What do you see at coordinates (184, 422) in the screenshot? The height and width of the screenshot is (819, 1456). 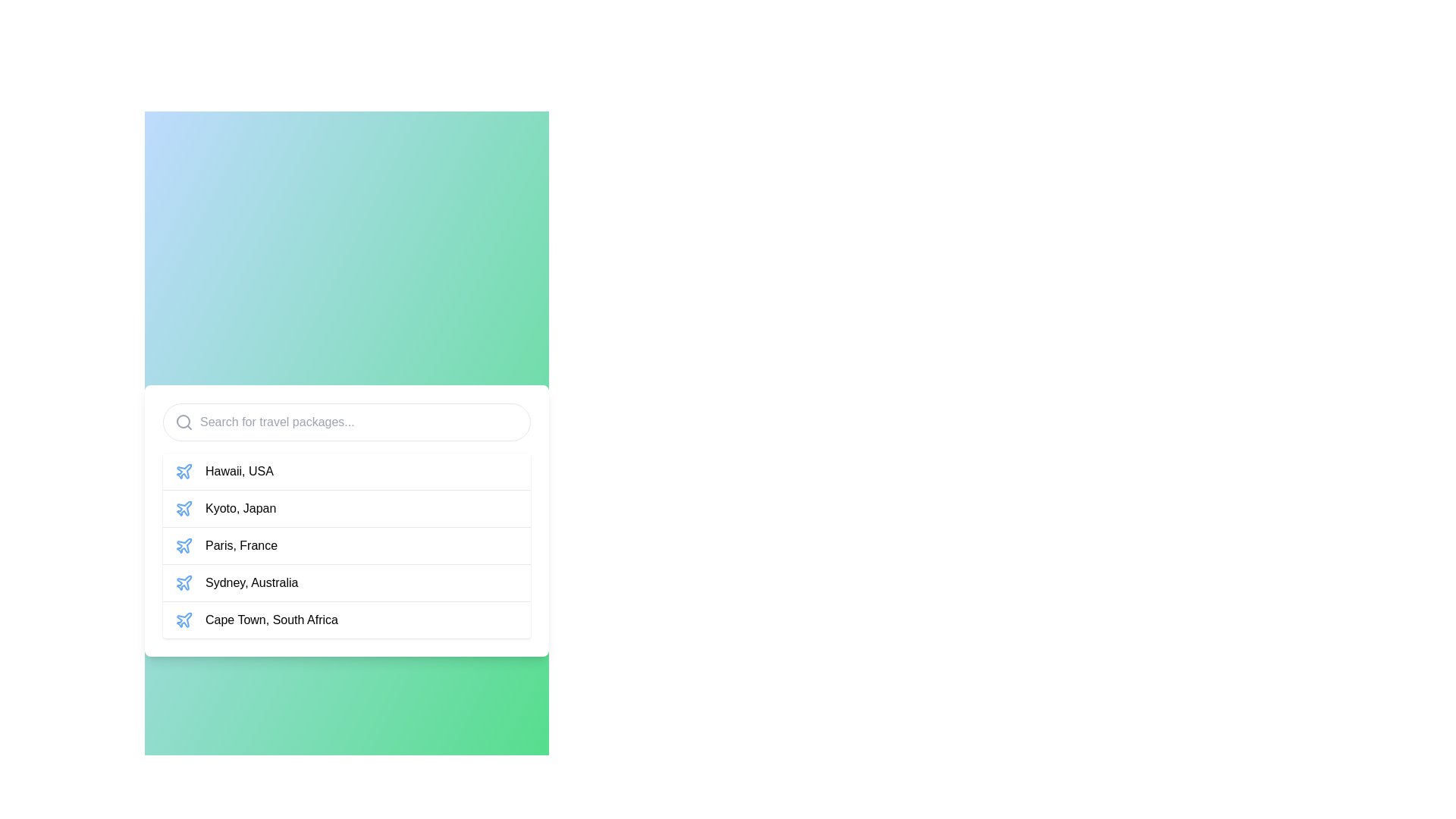 I see `the small gray magnifying glass icon representing the search function, located to the left of the placeholder text in the search input box` at bounding box center [184, 422].